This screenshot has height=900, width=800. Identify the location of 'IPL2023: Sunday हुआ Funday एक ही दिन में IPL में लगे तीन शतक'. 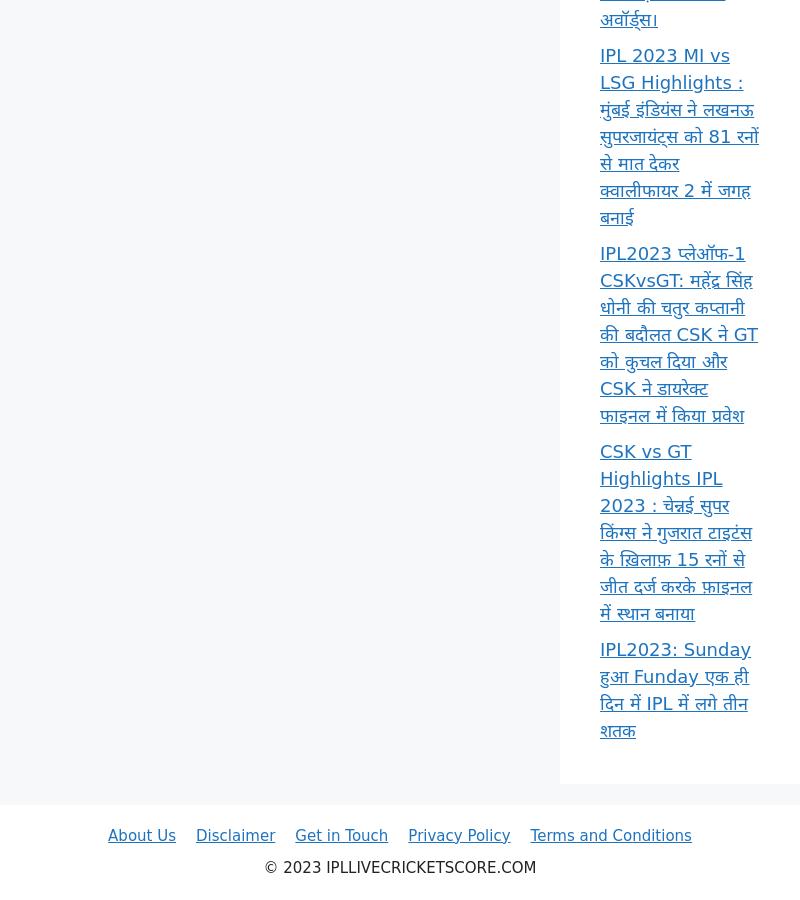
(675, 688).